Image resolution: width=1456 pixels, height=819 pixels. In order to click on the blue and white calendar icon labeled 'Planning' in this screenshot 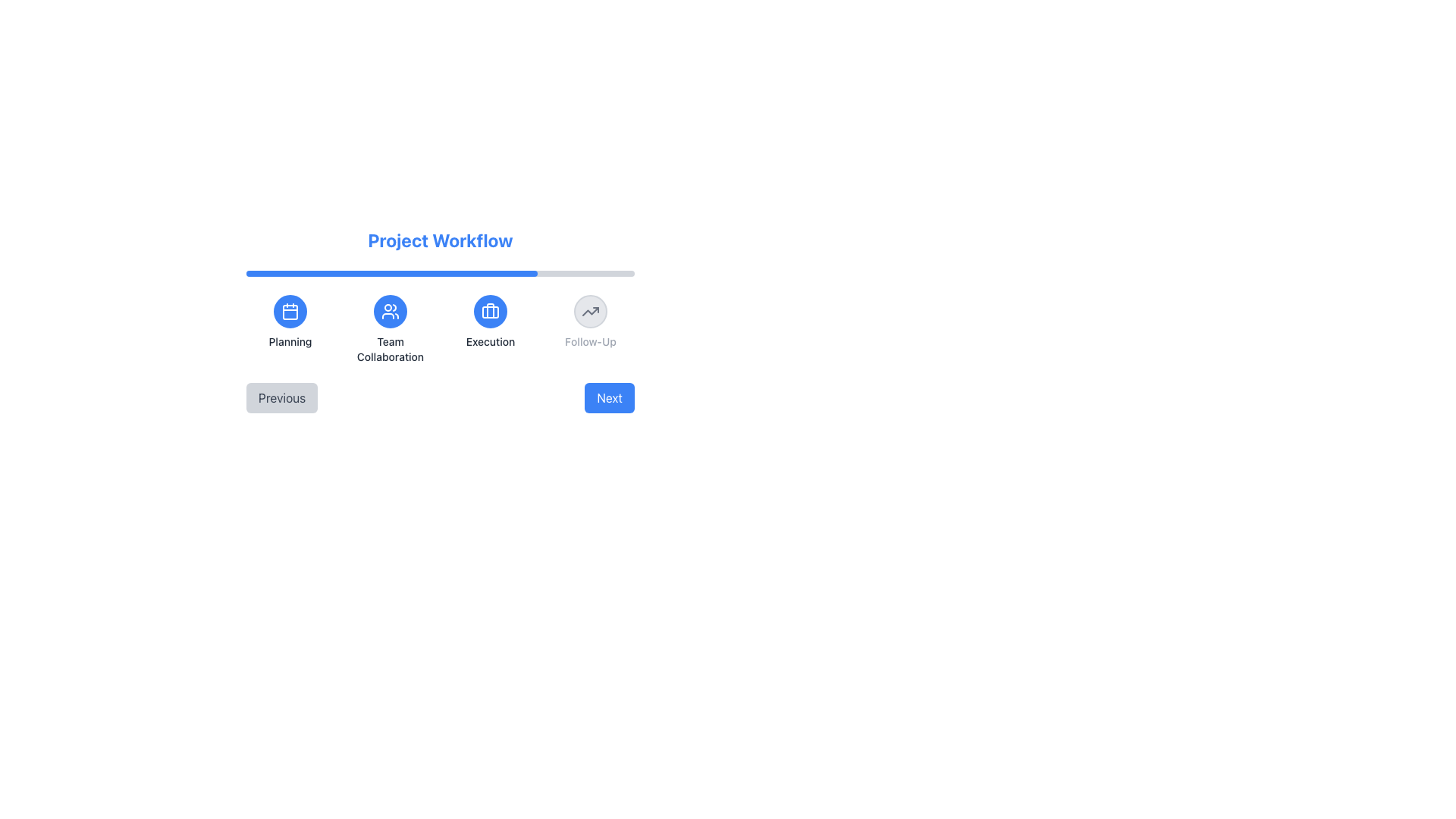, I will do `click(290, 311)`.